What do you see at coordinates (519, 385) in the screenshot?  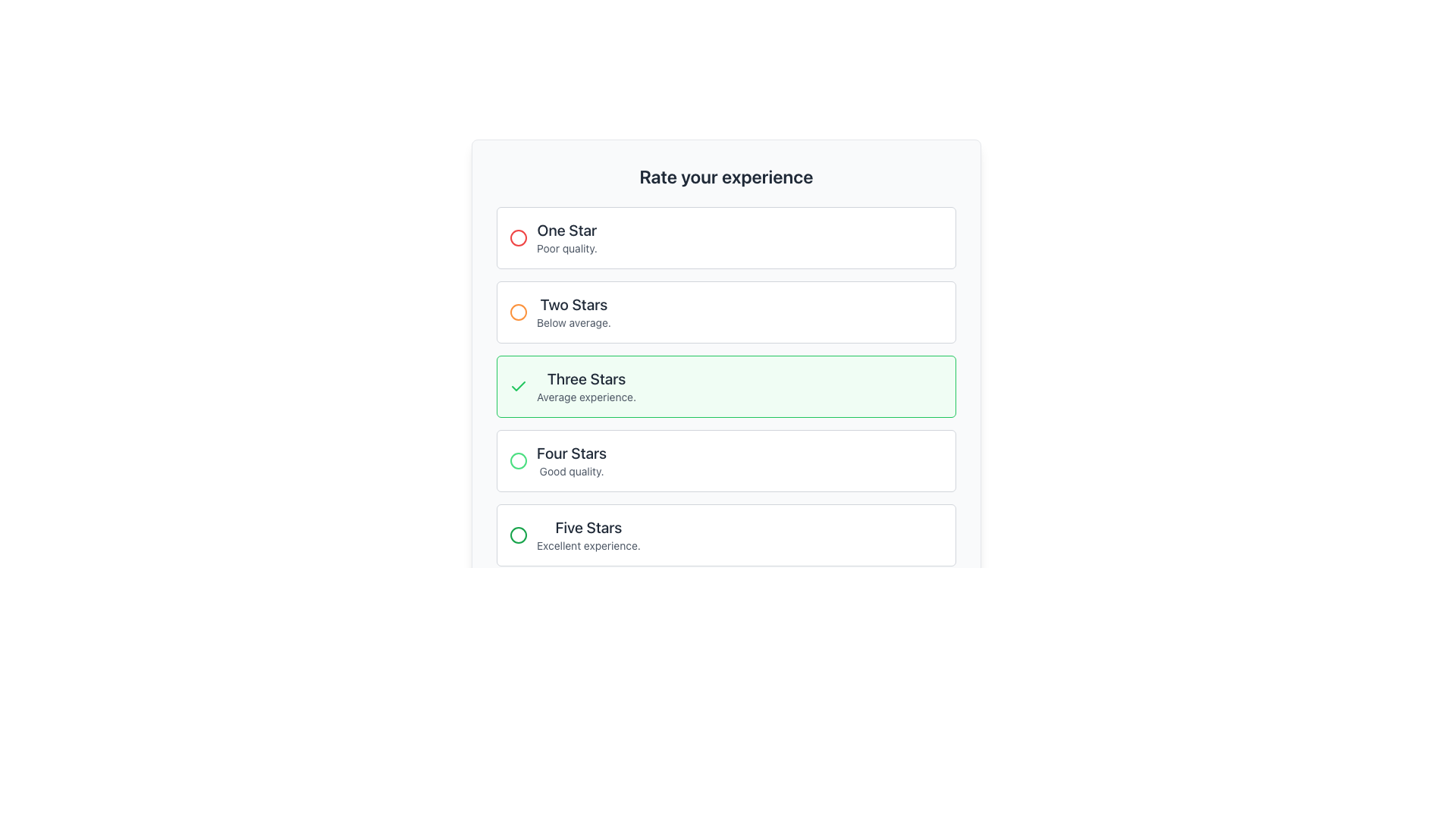 I see `the checkmark icon indicating the selection of 'Three Stars' in the 'Rate your experience' section` at bounding box center [519, 385].